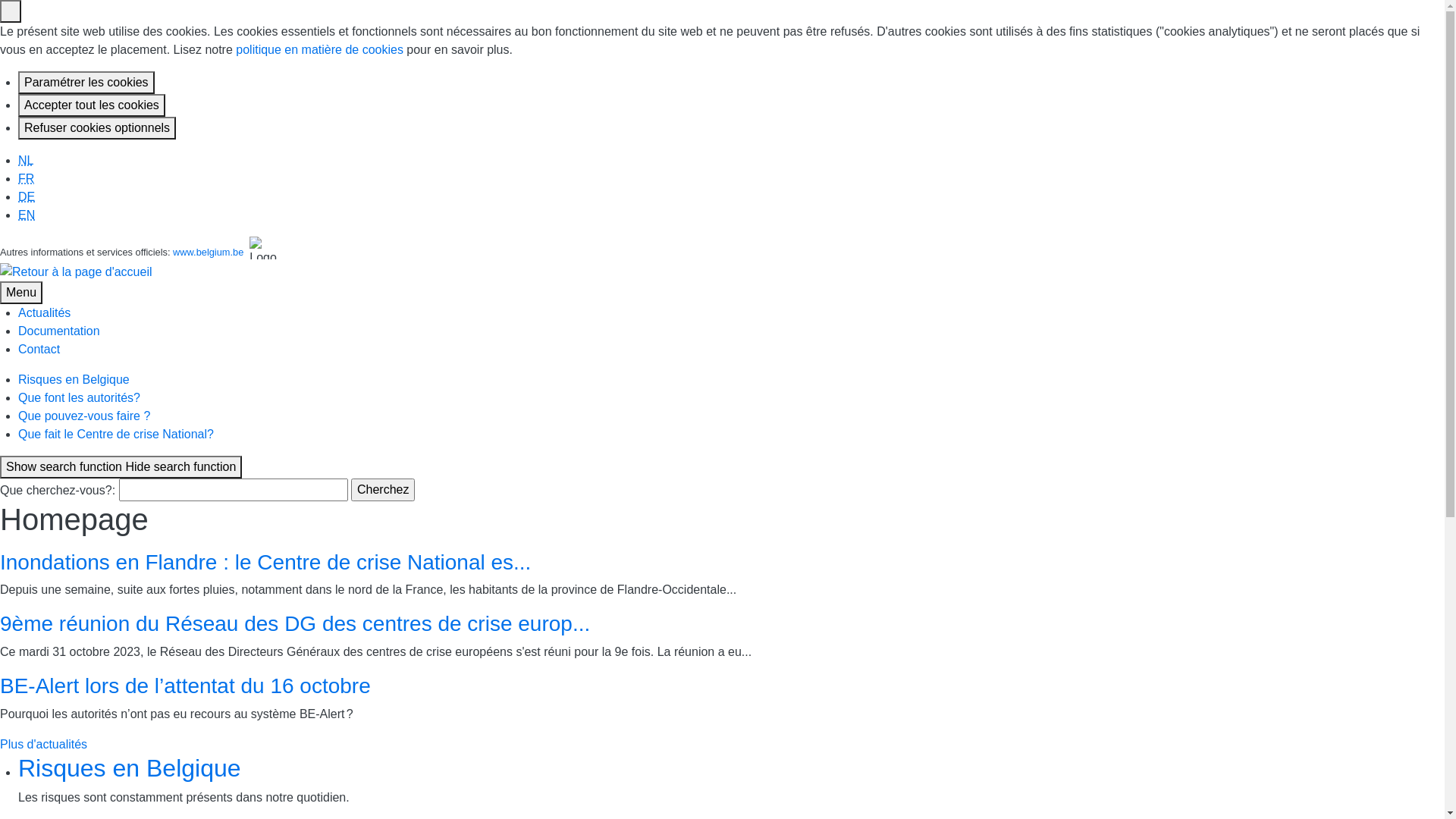 Image resolution: width=1456 pixels, height=819 pixels. What do you see at coordinates (18, 378) in the screenshot?
I see `'Risques en Belgique'` at bounding box center [18, 378].